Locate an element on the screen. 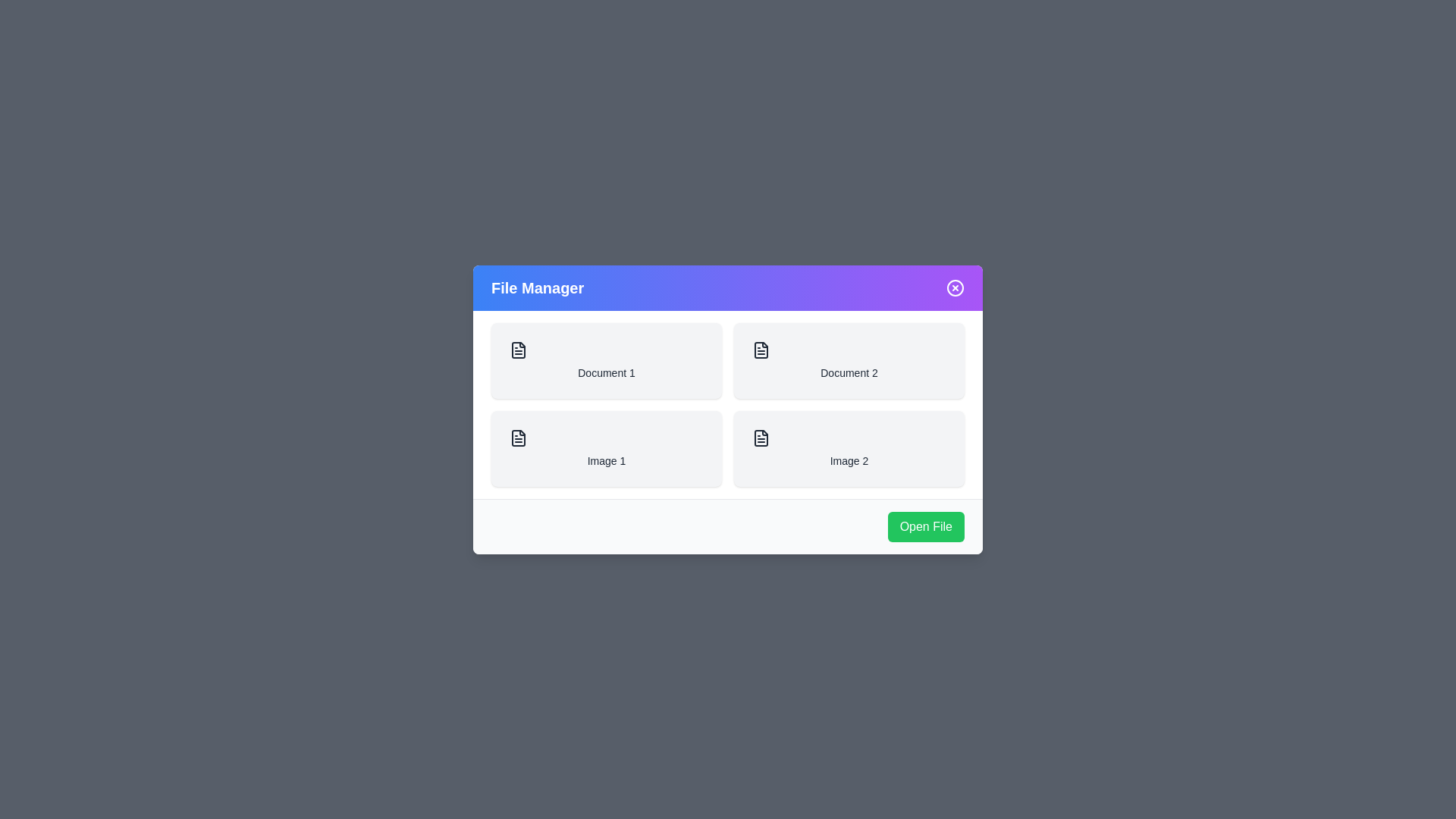  the file item Document 1 from the list is located at coordinates (607, 360).